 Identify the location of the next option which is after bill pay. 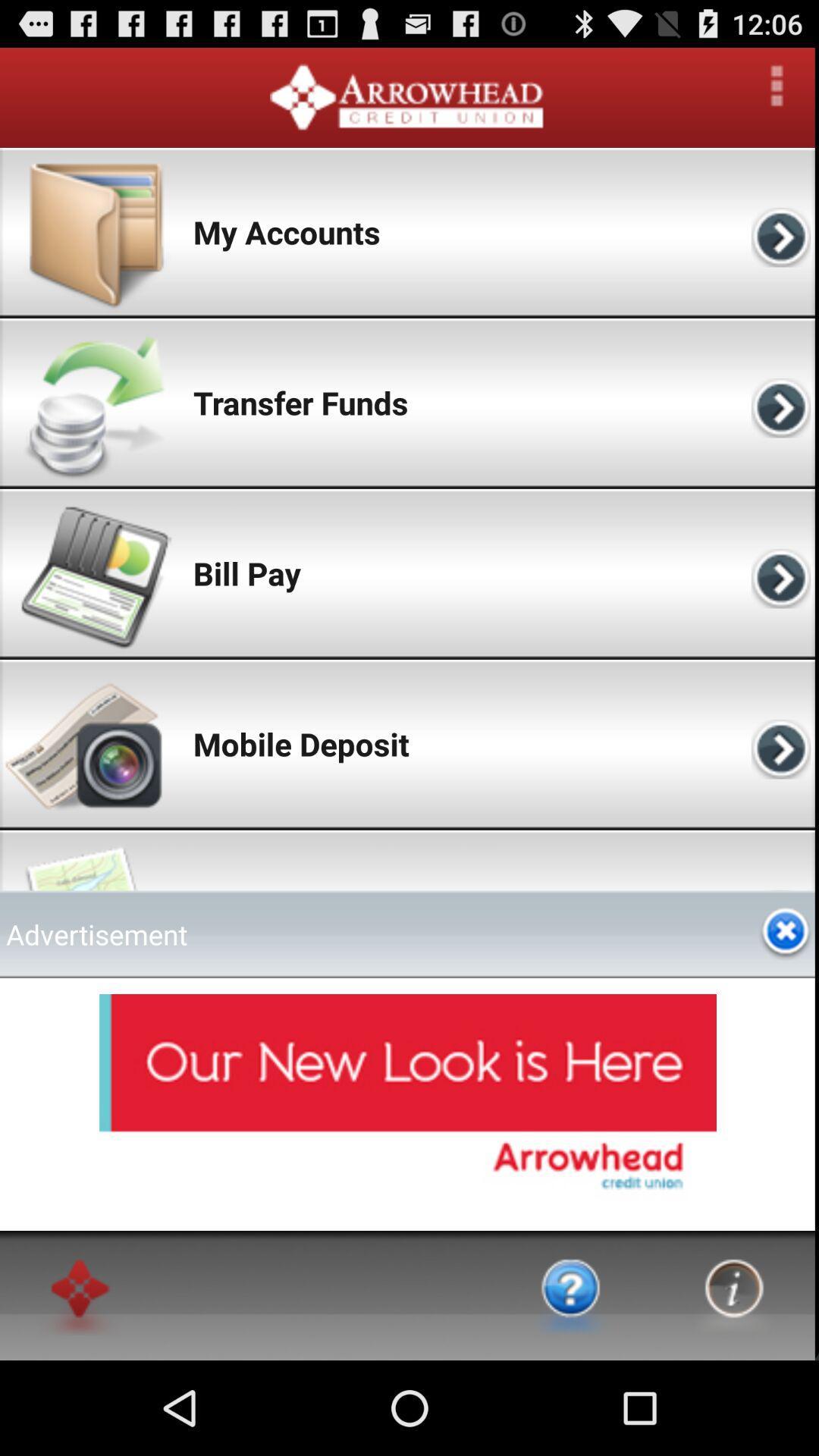
(783, 573).